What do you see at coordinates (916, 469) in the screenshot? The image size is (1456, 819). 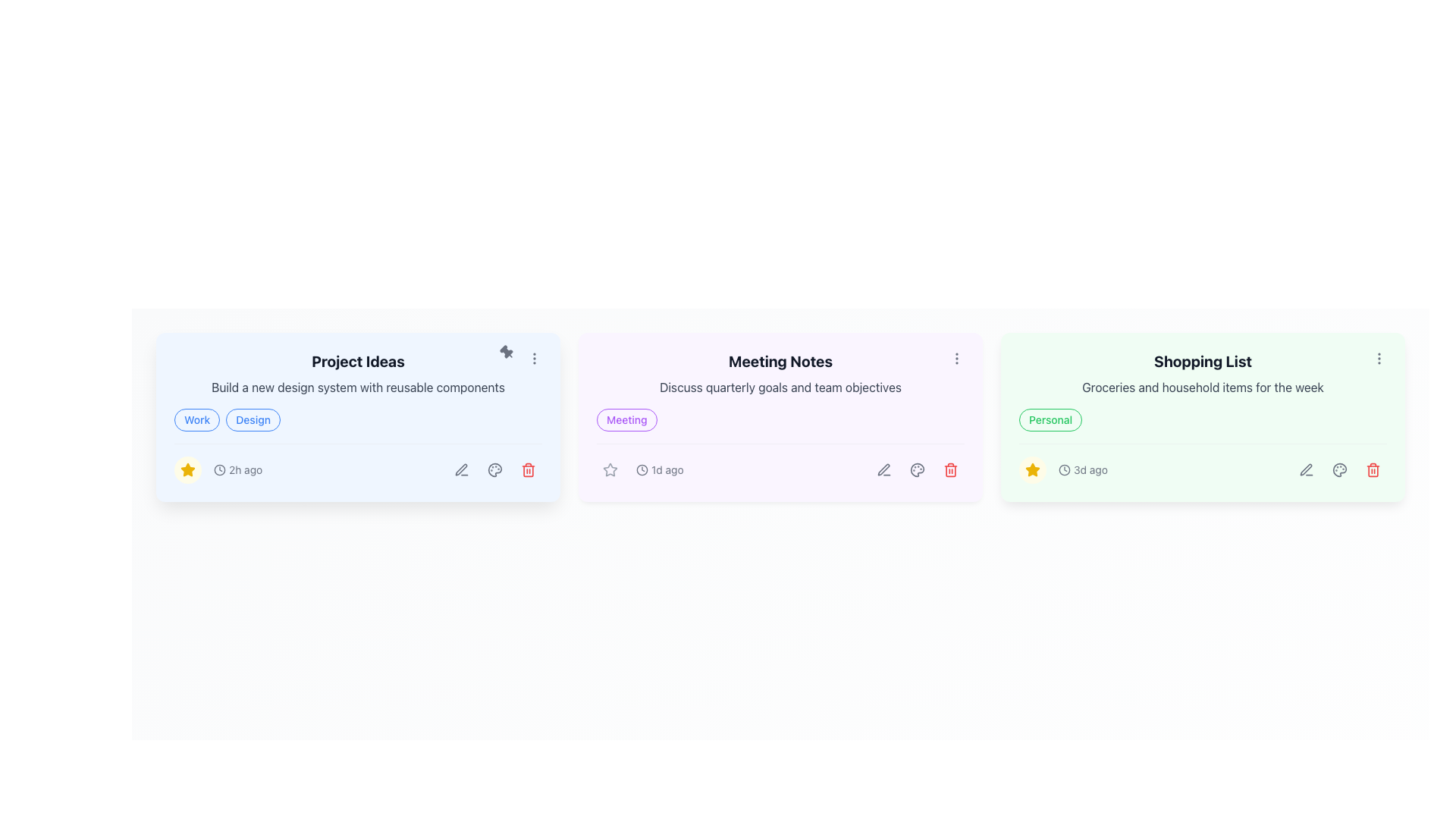 I see `the button with a painter's palette icon located at the lower-right corner of the 'Meeting Notes' card` at bounding box center [916, 469].